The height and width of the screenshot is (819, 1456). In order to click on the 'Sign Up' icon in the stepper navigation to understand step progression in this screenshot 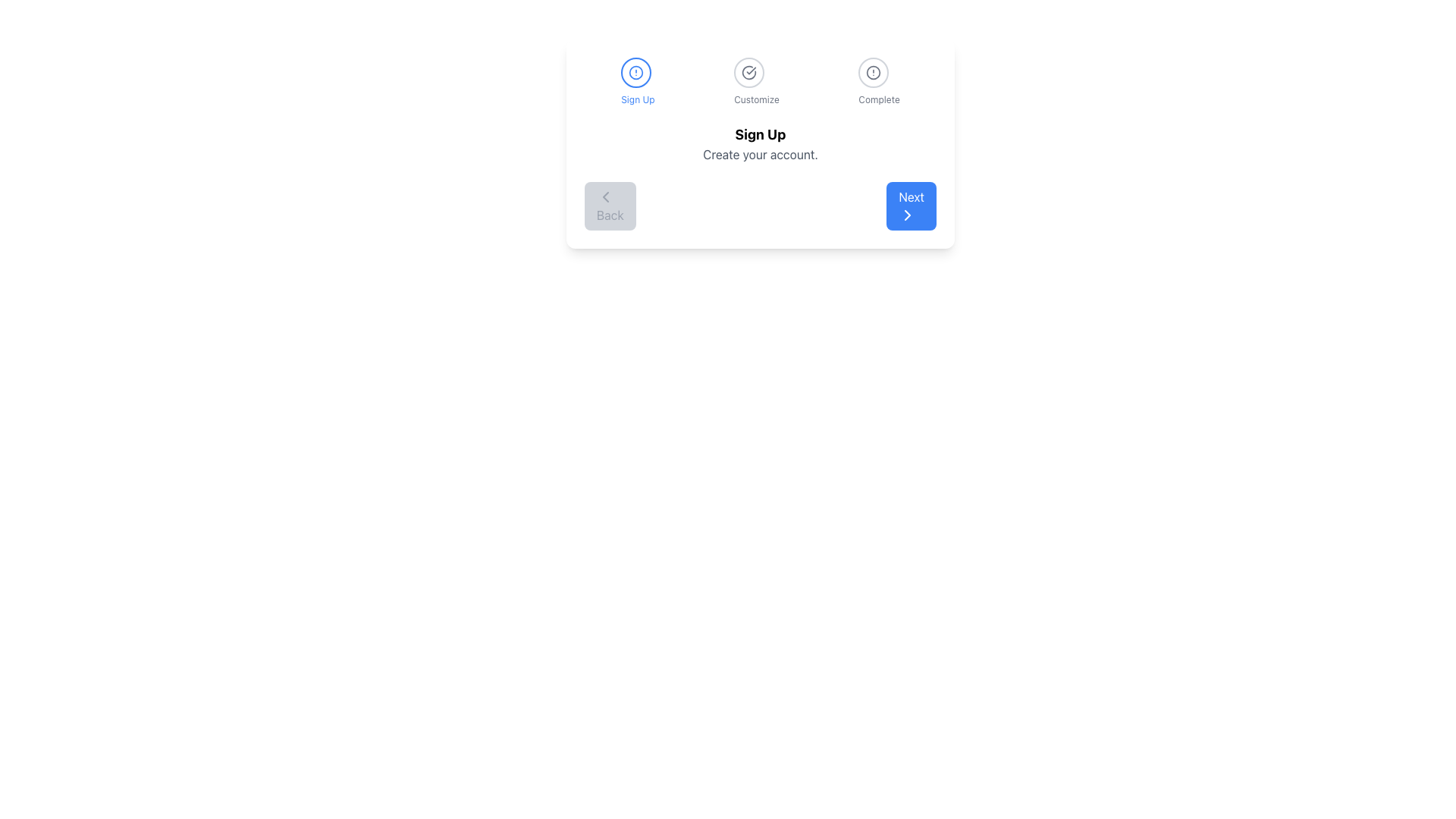, I will do `click(636, 73)`.